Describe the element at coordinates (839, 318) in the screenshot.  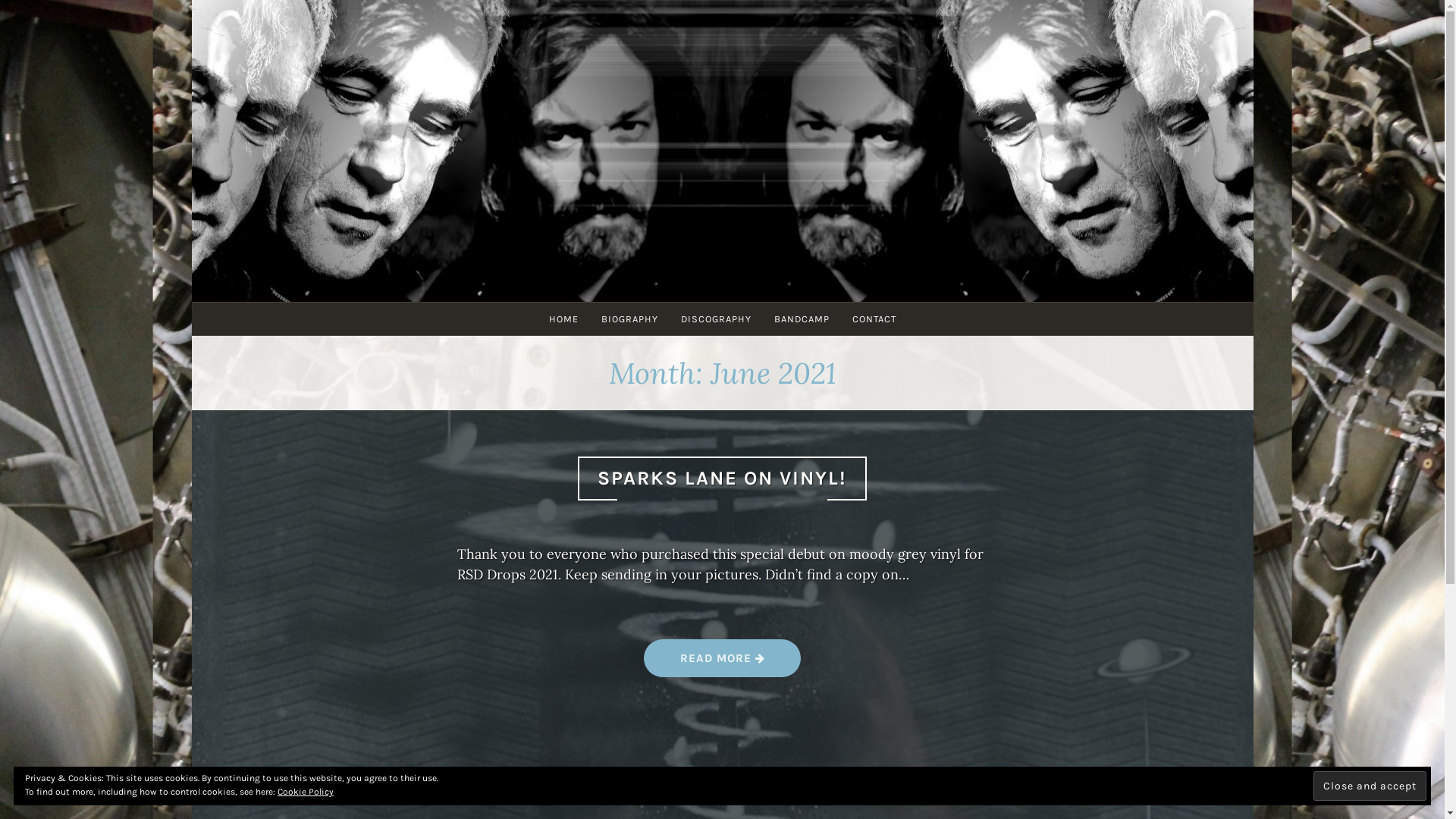
I see `'CONTACT'` at that location.